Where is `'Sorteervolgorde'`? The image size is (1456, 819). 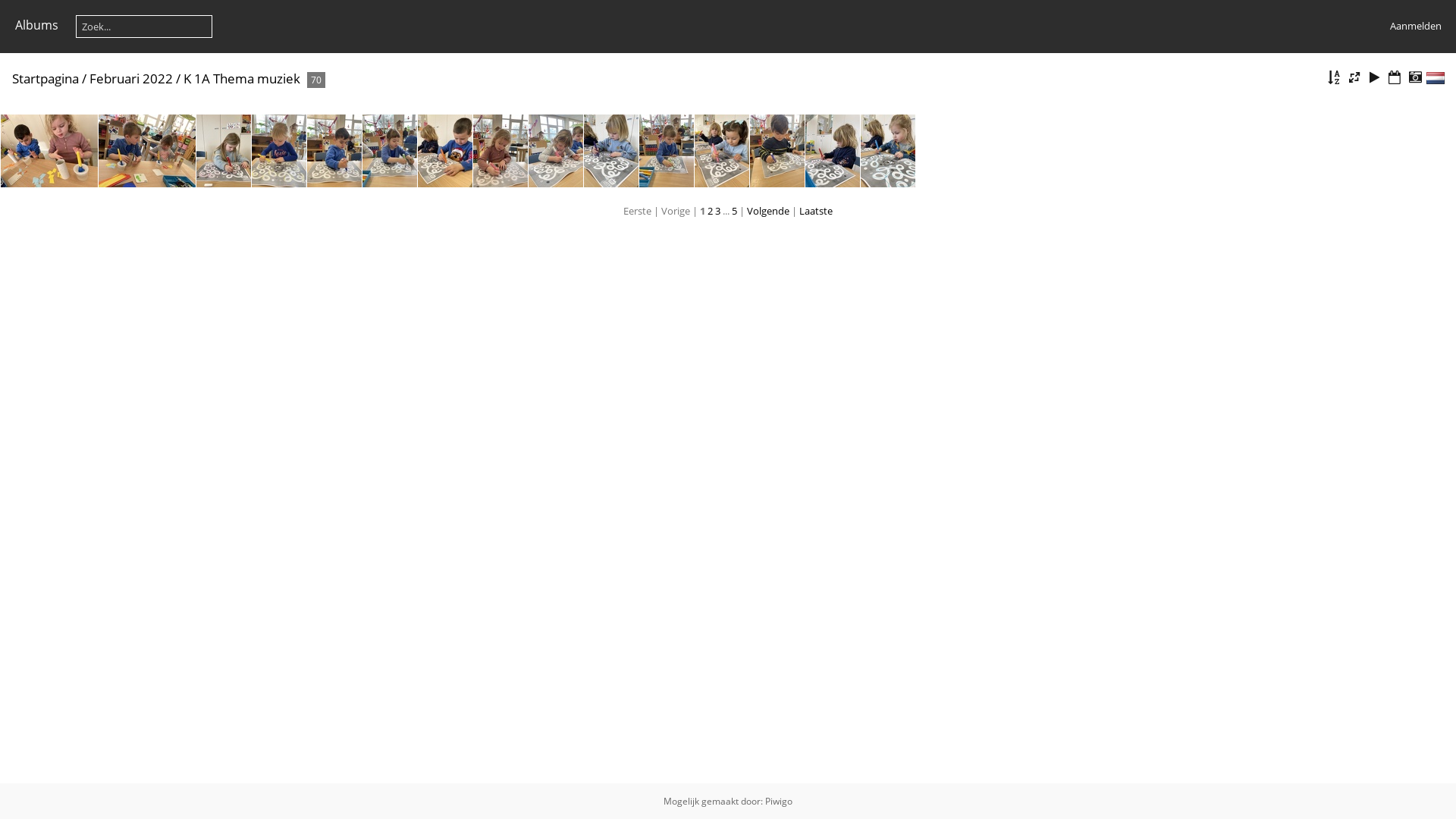
'Sorteervolgorde' is located at coordinates (1332, 77).